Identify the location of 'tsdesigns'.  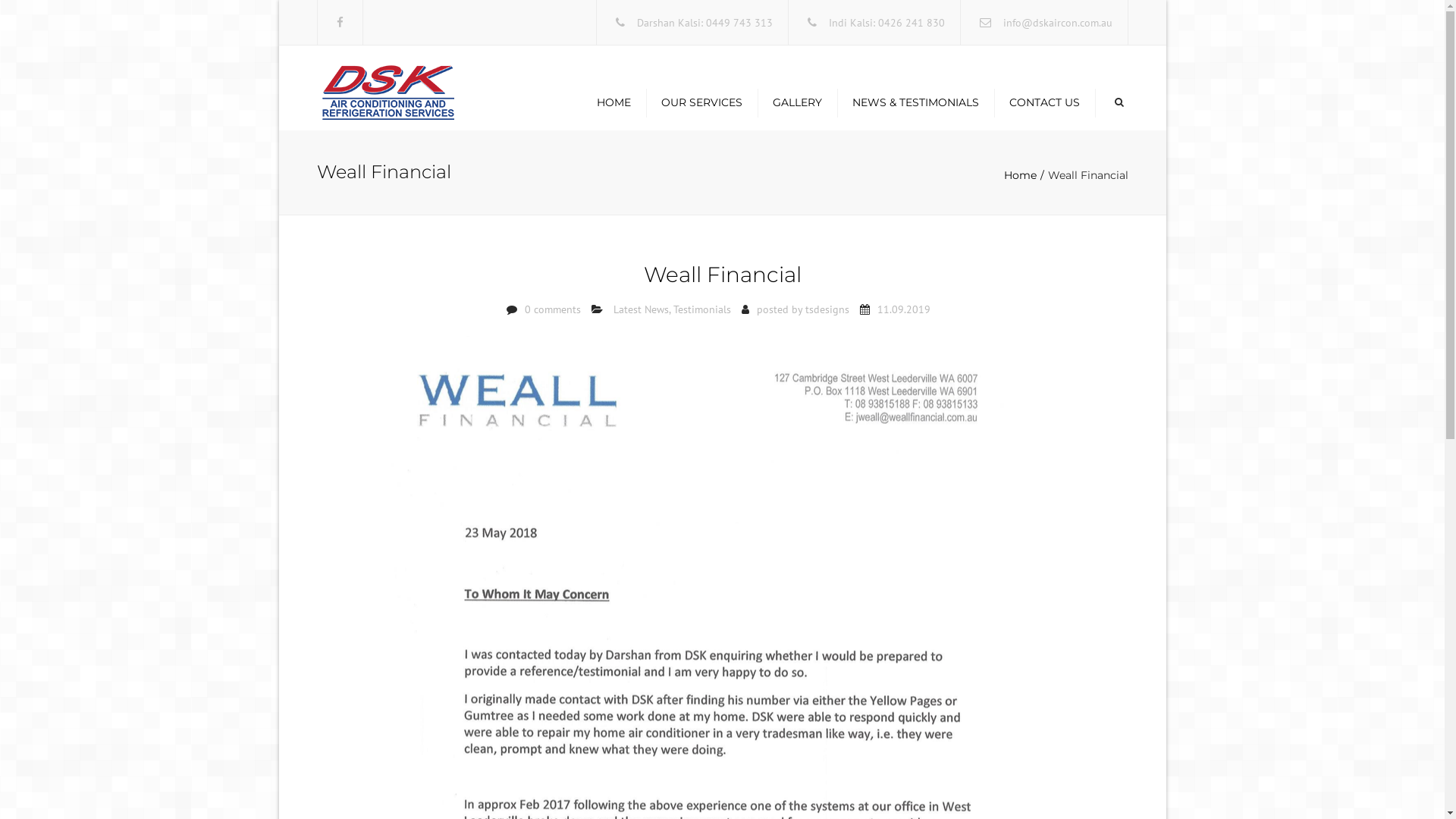
(804, 309).